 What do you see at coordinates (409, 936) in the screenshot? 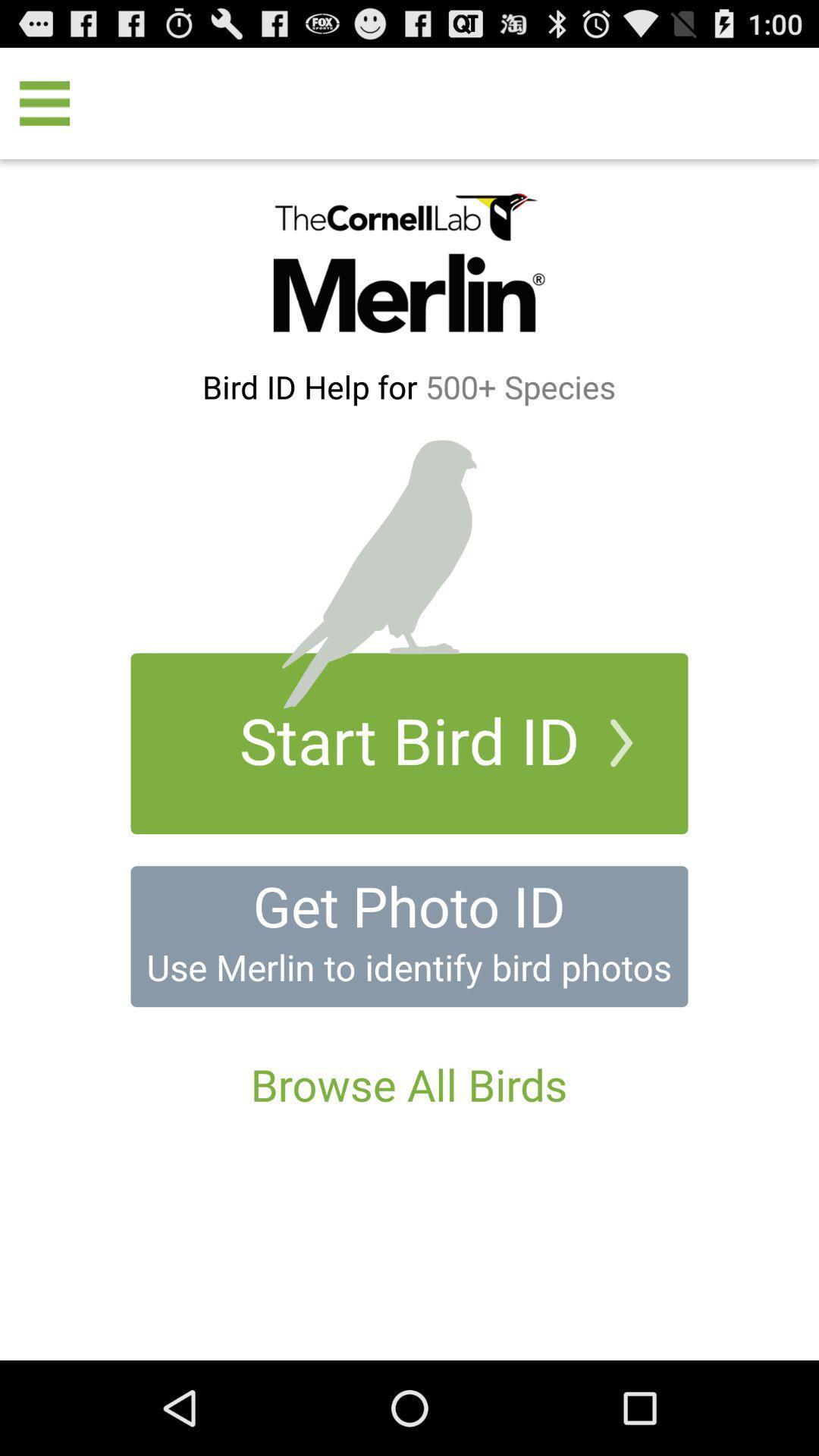
I see `get photo id` at bounding box center [409, 936].